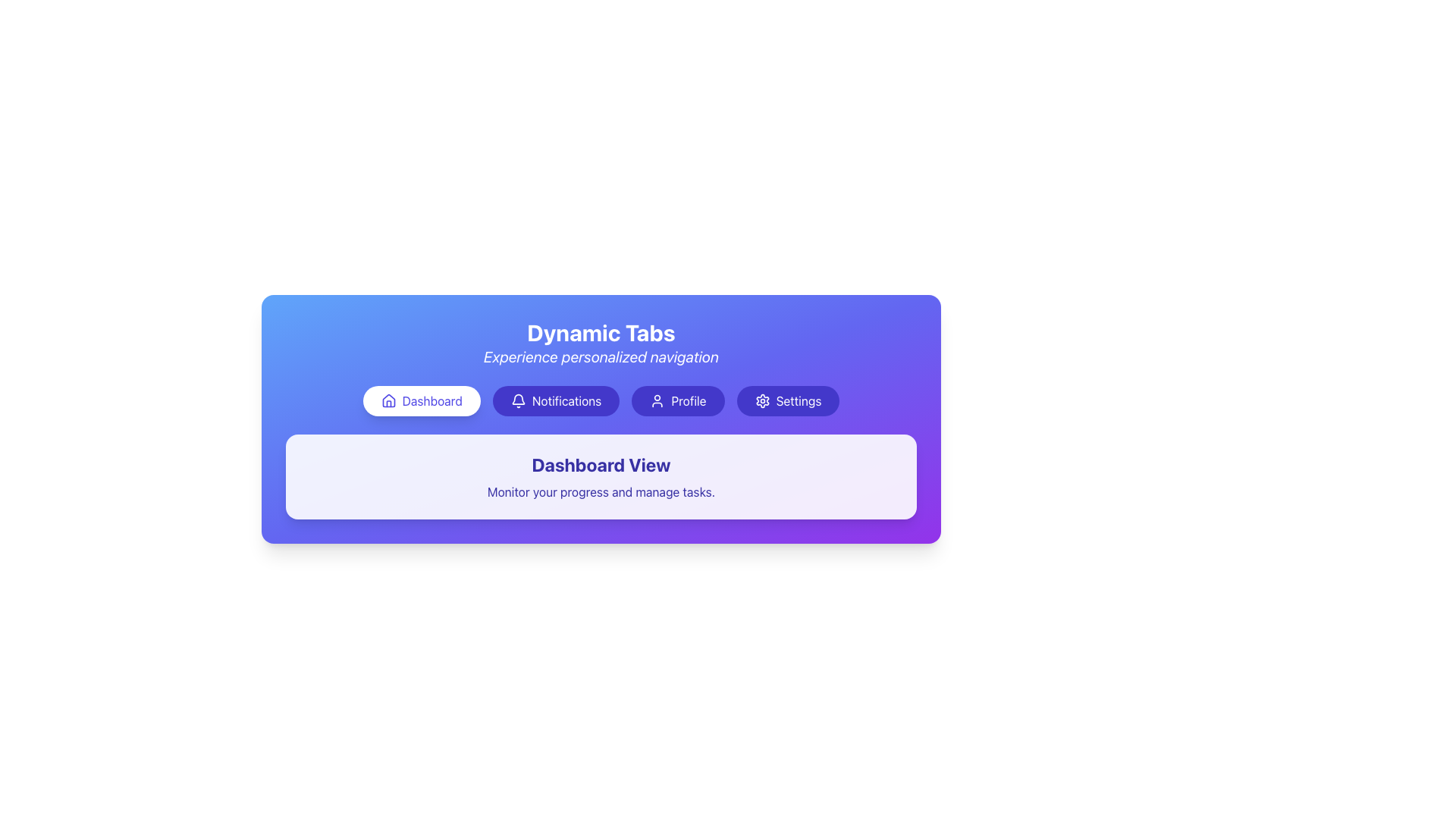 This screenshot has width=1456, height=819. What do you see at coordinates (422, 400) in the screenshot?
I see `the first button in the horizontal series of buttons under the title 'Dynamic Tabs'` at bounding box center [422, 400].